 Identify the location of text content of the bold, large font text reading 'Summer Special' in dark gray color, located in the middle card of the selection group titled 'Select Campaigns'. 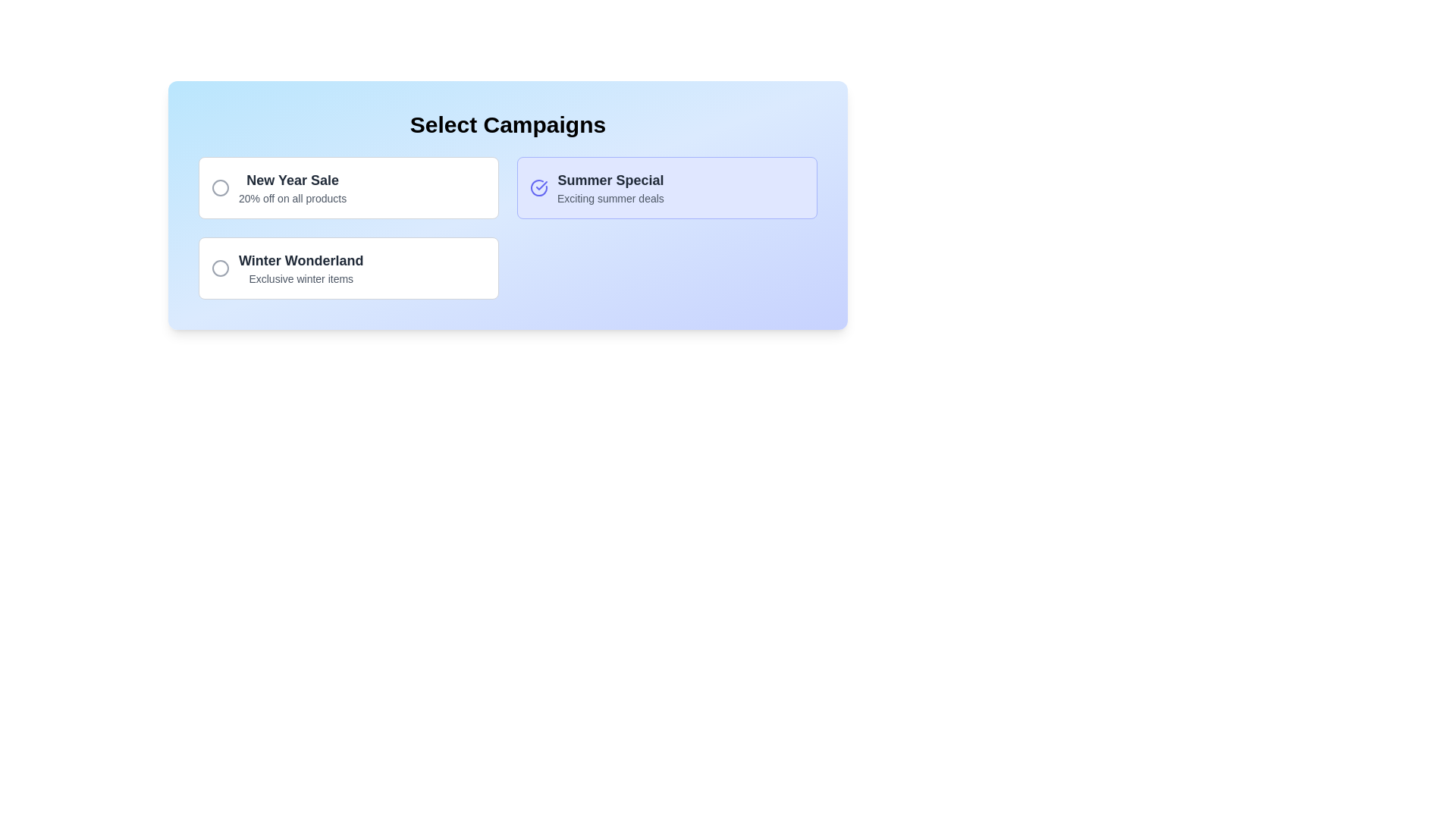
(610, 180).